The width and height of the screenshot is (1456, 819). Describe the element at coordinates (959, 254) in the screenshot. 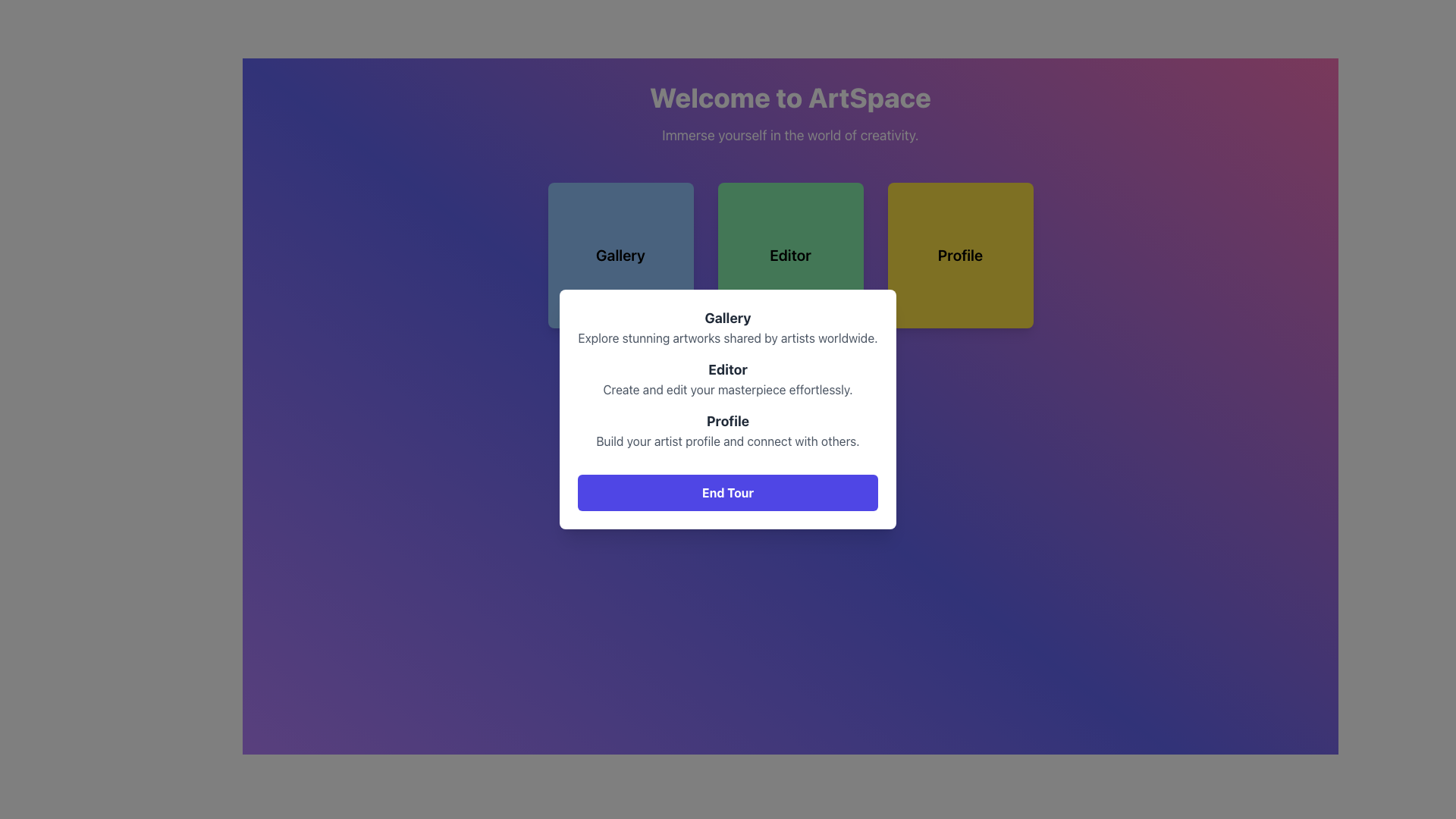

I see `the 'Profile' button, which is the last element in the grid layout` at that location.